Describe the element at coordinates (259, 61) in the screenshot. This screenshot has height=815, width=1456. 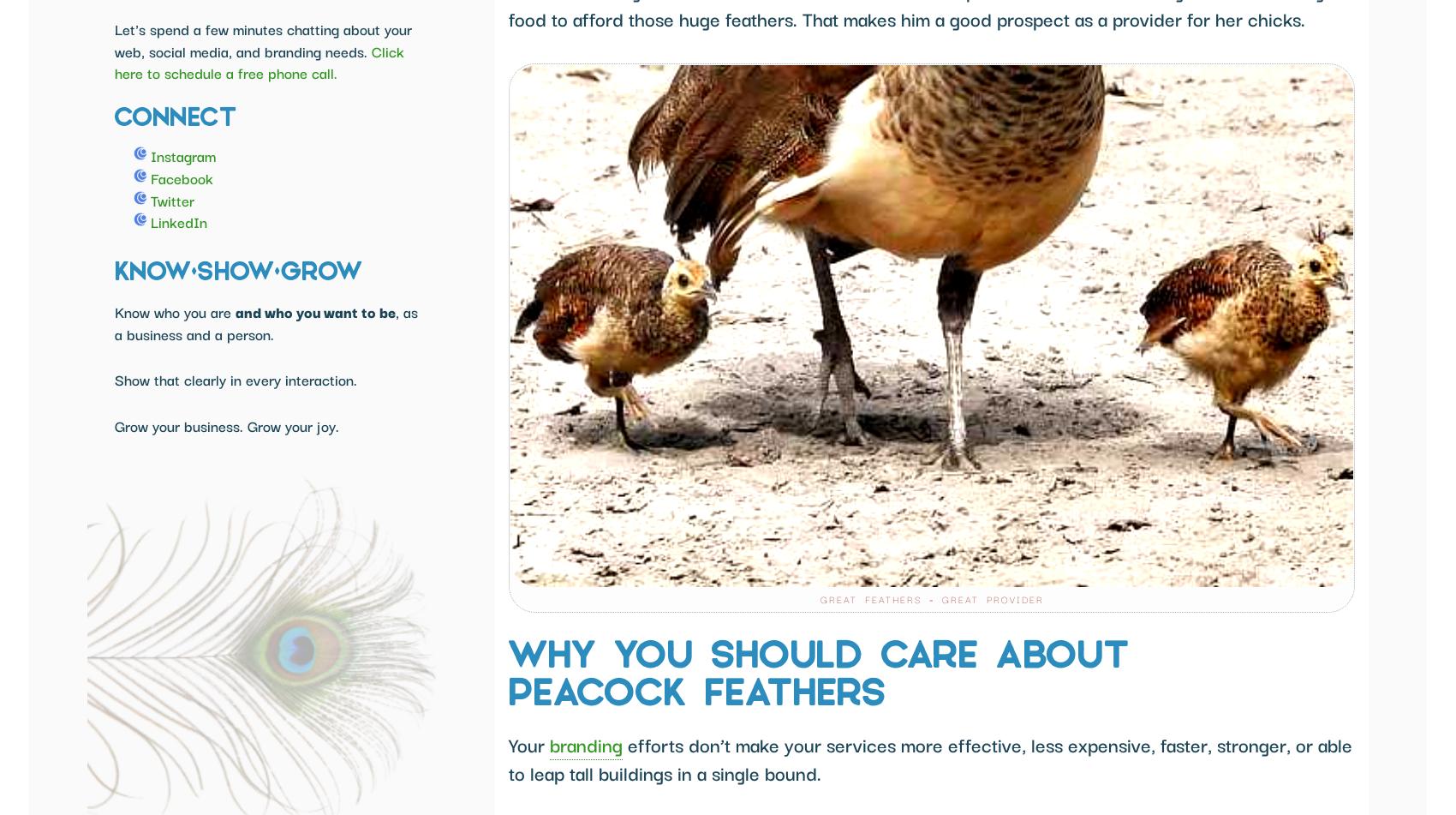
I see `'Click here to schedule a free phone call.'` at that location.